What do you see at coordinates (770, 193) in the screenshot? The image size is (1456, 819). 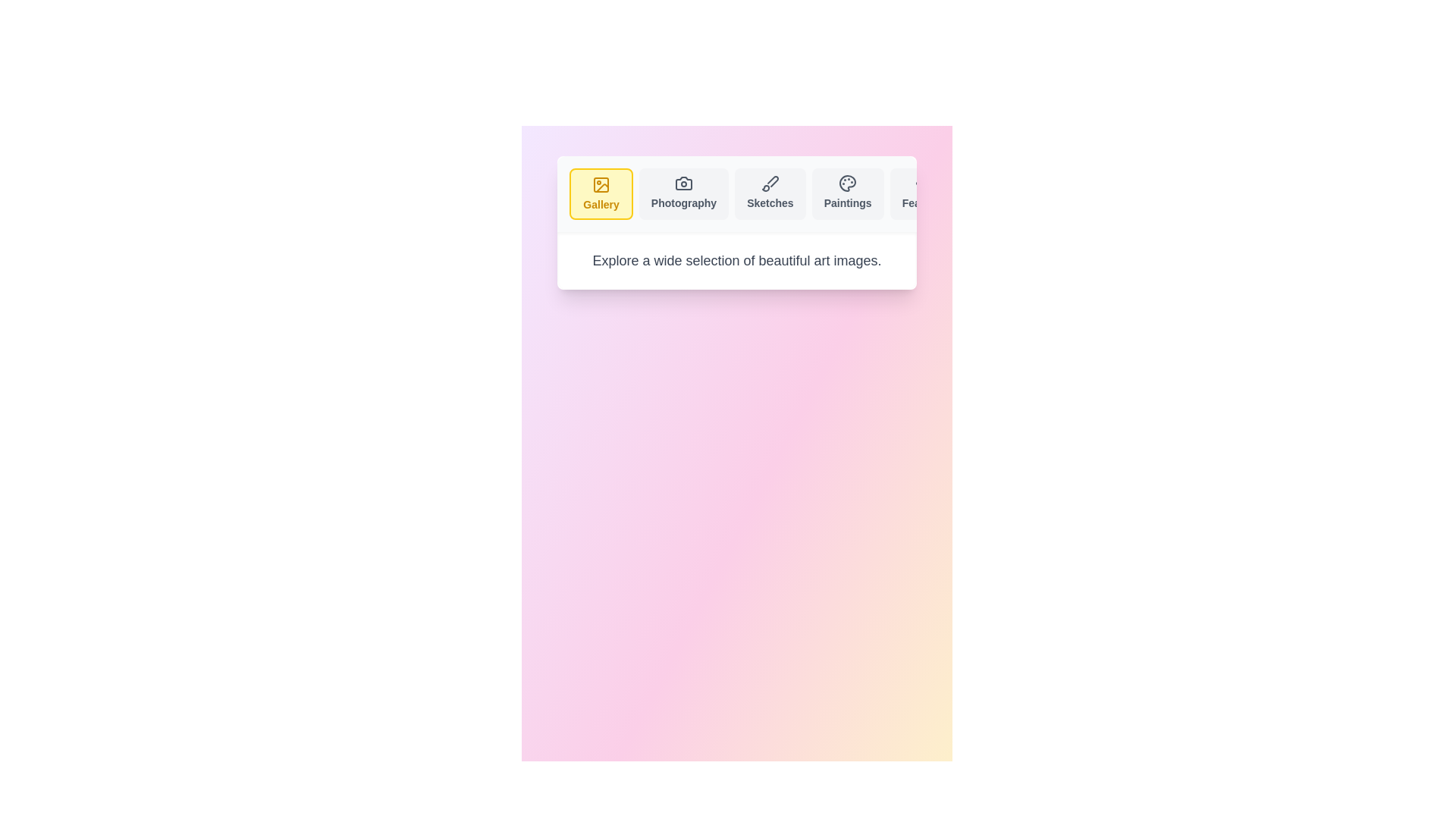 I see `the tab labeled Sketches` at bounding box center [770, 193].